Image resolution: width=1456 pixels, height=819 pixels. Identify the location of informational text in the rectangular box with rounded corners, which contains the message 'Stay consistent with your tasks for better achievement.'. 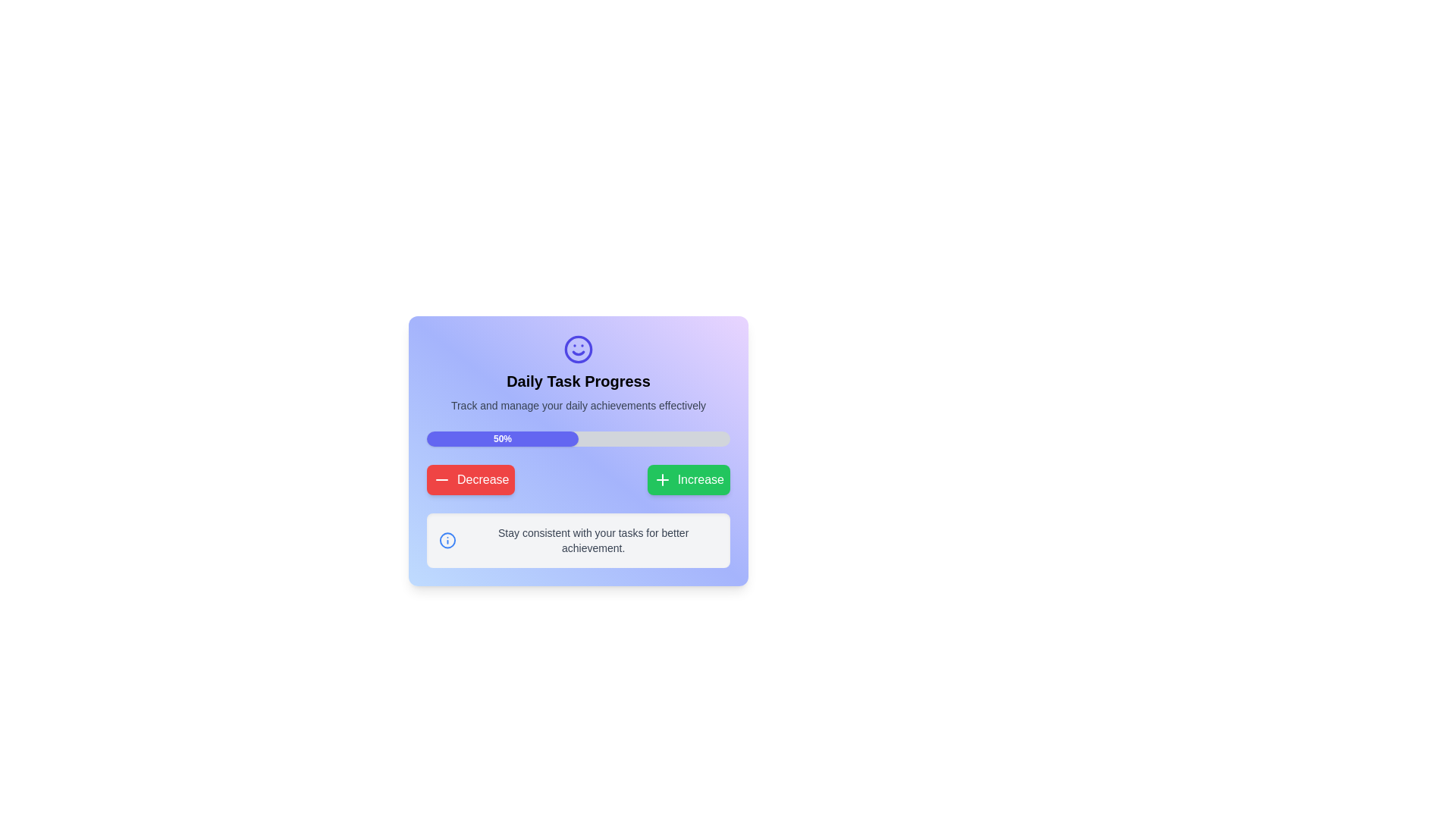
(578, 540).